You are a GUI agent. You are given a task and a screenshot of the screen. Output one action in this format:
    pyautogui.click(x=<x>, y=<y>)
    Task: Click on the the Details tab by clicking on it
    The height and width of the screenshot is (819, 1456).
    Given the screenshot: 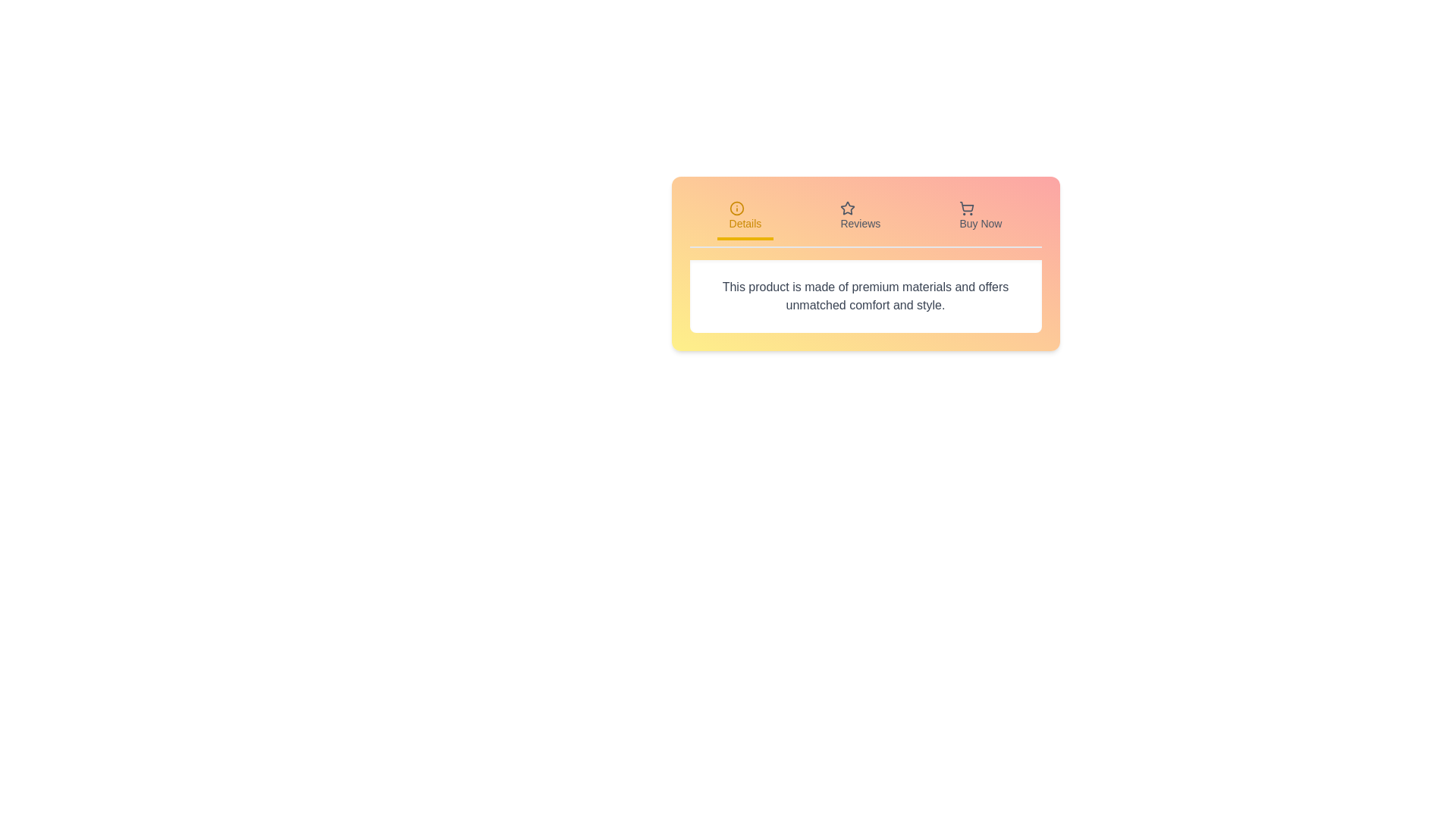 What is the action you would take?
    pyautogui.click(x=745, y=217)
    